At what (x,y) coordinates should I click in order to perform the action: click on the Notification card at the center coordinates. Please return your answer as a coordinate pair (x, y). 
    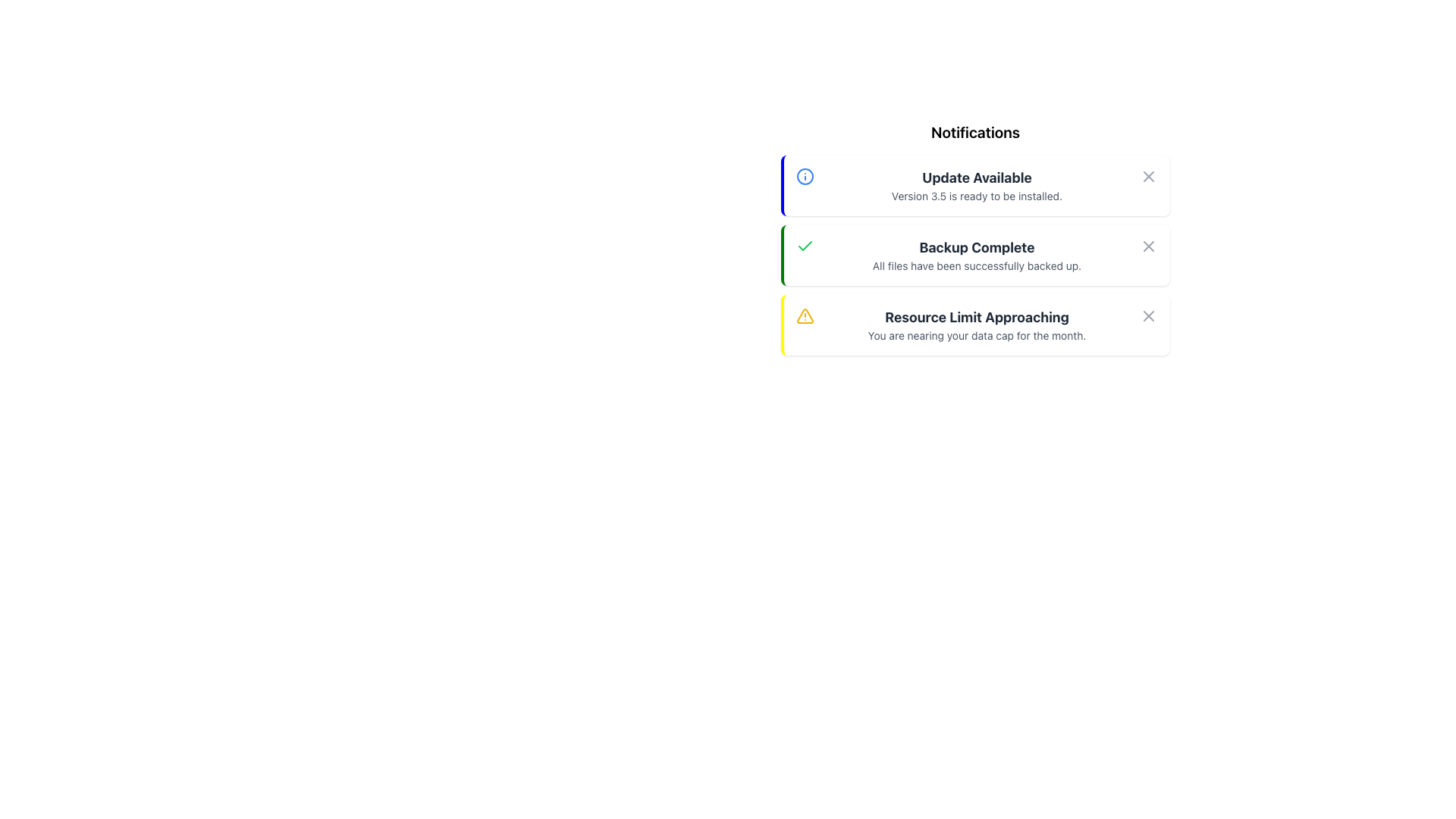
    Looking at the image, I should click on (975, 185).